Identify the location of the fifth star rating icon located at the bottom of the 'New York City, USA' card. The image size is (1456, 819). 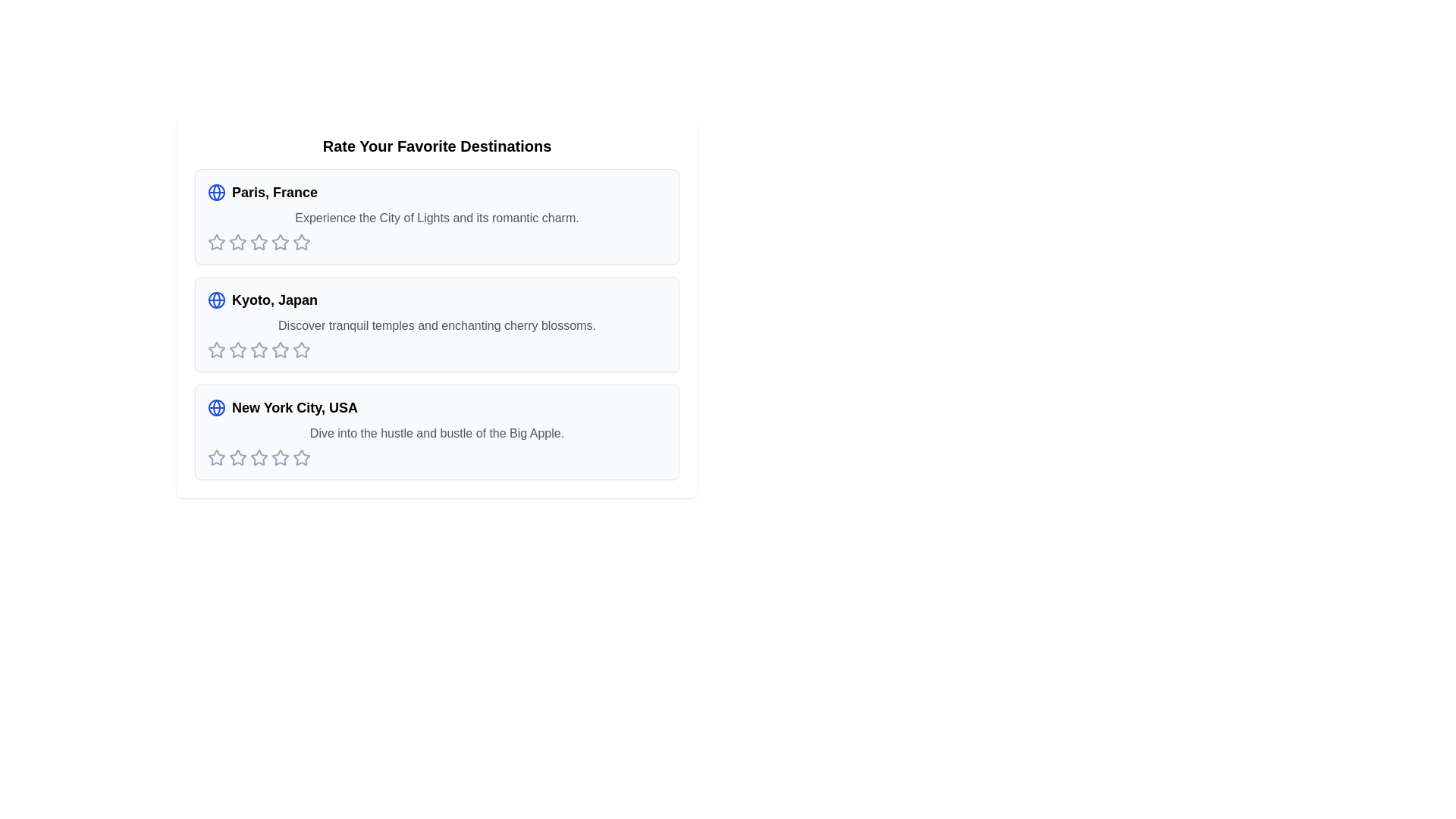
(280, 457).